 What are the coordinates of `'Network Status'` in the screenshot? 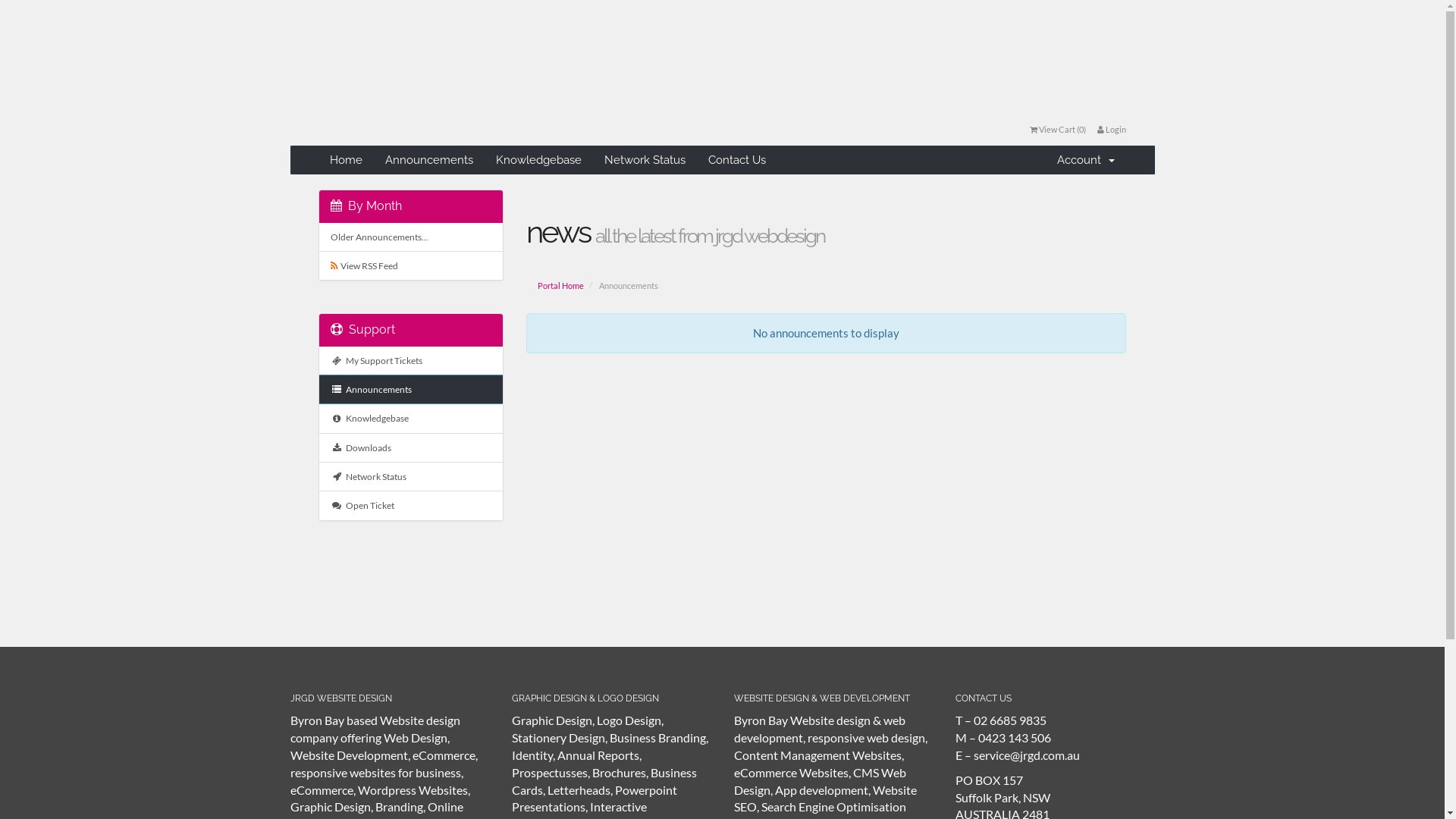 It's located at (645, 160).